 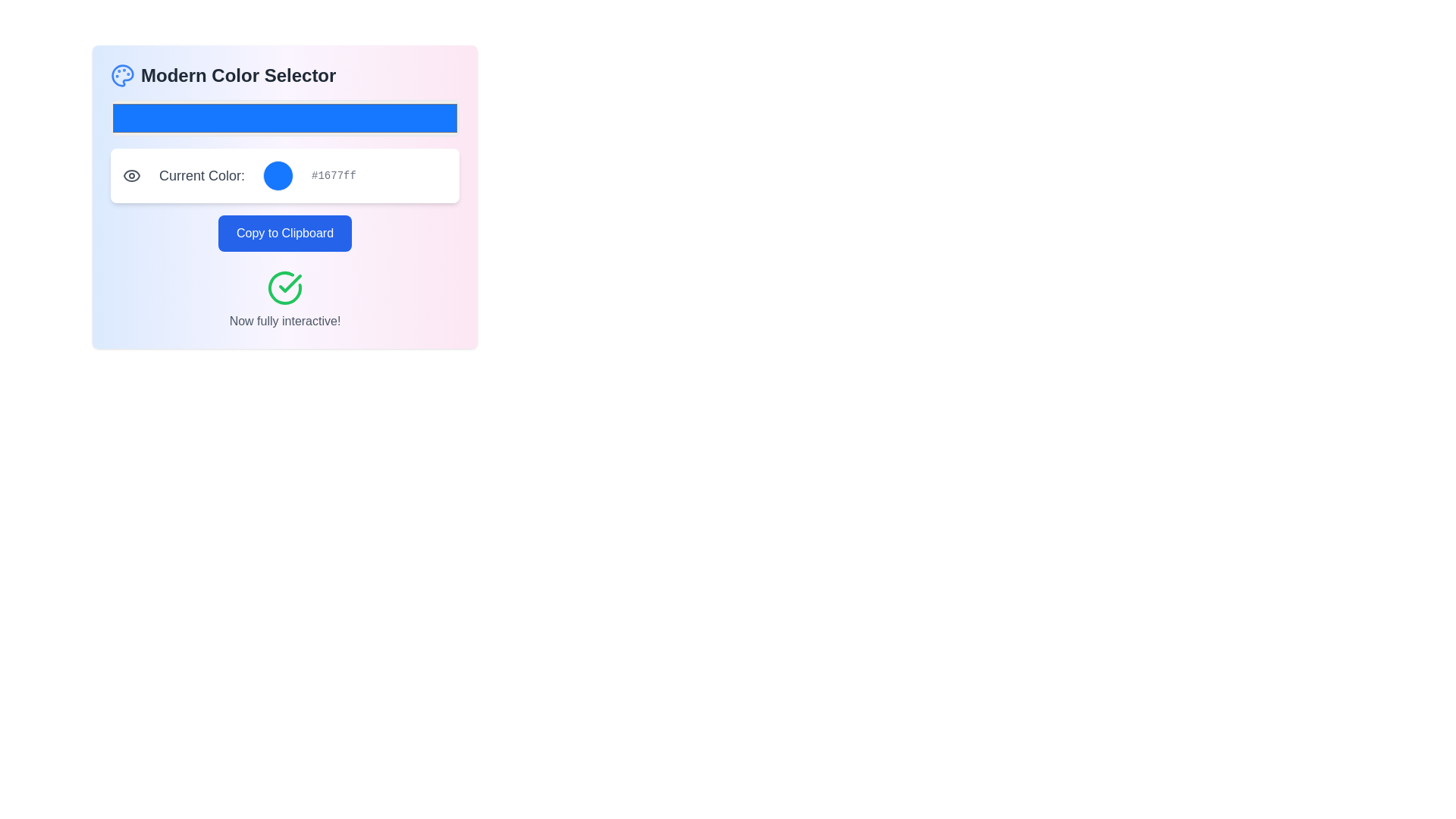 What do you see at coordinates (284, 152) in the screenshot?
I see `the Interactive color selection widget located below the title 'Modern Color Selector'` at bounding box center [284, 152].